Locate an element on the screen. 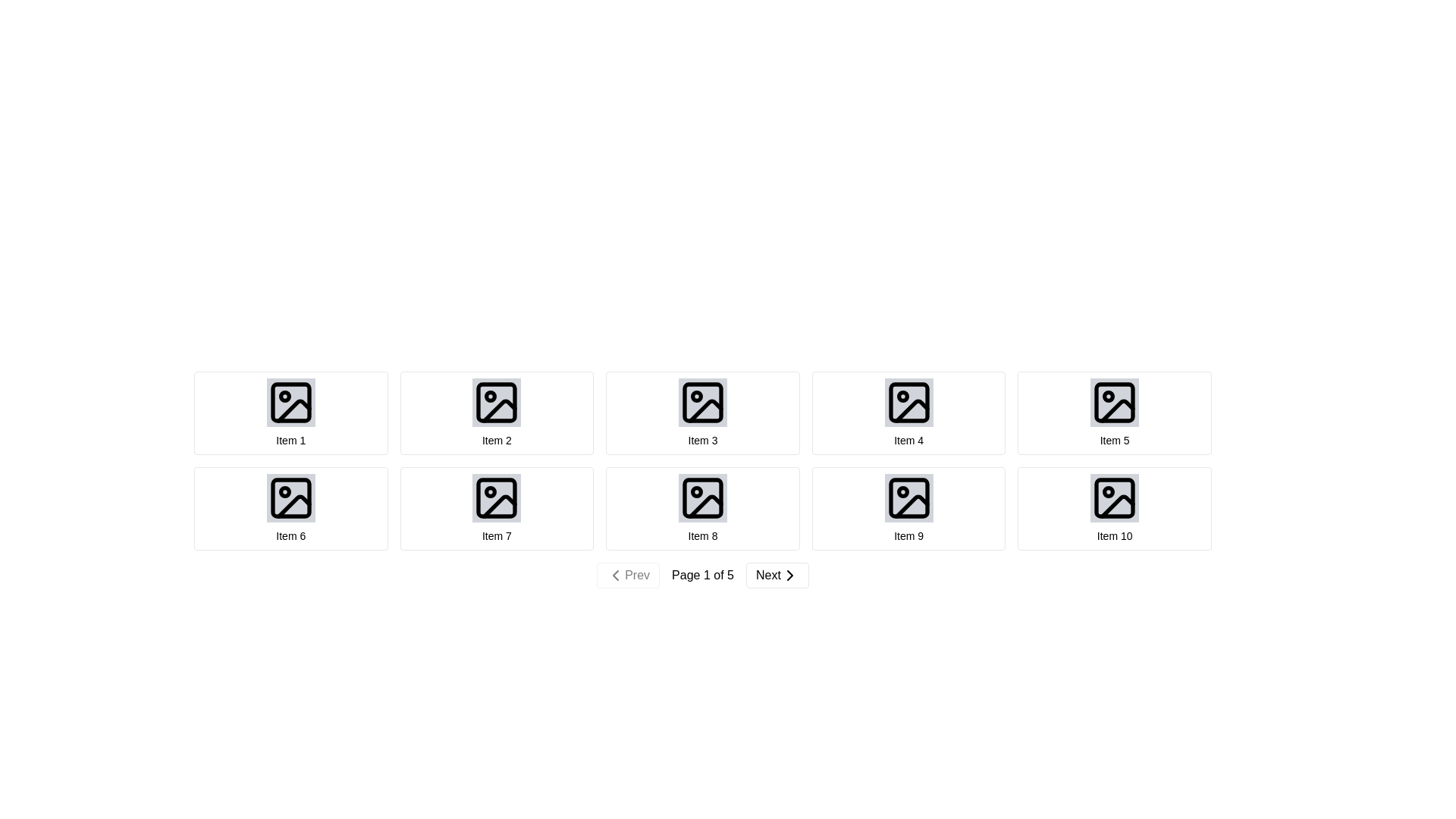 This screenshot has width=1456, height=819. the image placeholder icon with a rectangular outline and a diagonal line, located in the first column of the first row of a horizontally arranged grid is located at coordinates (290, 402).